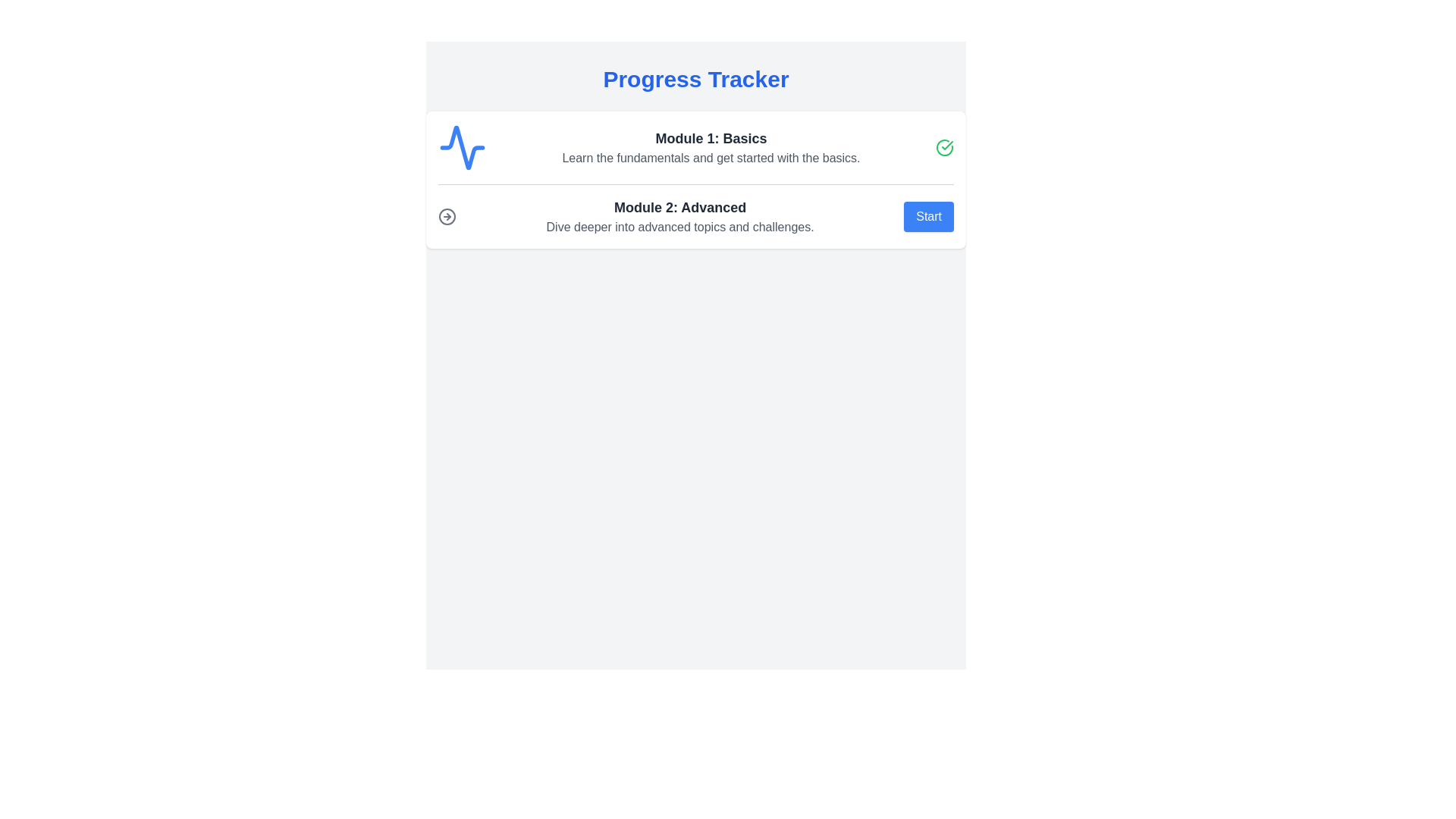 The height and width of the screenshot is (819, 1456). Describe the element at coordinates (944, 148) in the screenshot. I see `the green check mark icon within the circular icon located in the top-right corner of 'Module 1: Basics'` at that location.